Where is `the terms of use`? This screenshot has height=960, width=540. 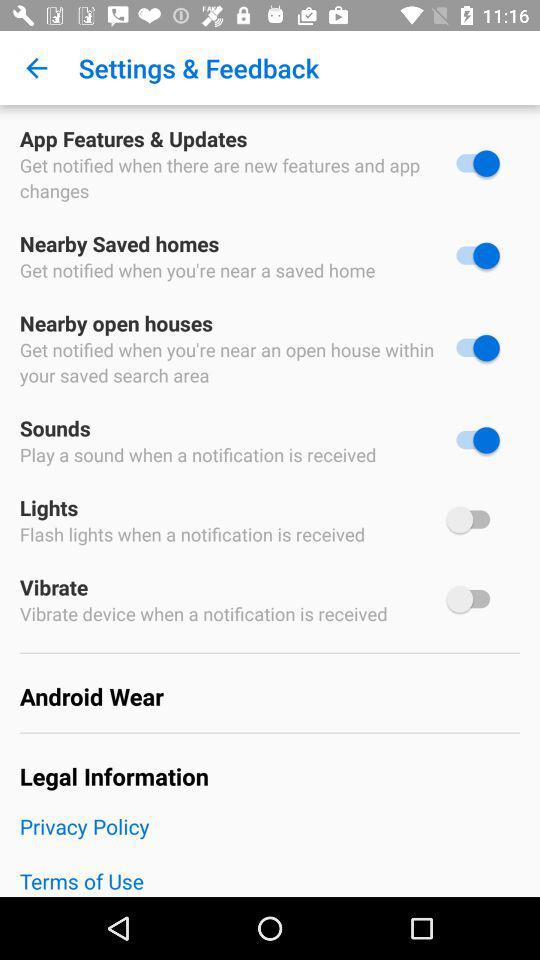
the terms of use is located at coordinates (270, 880).